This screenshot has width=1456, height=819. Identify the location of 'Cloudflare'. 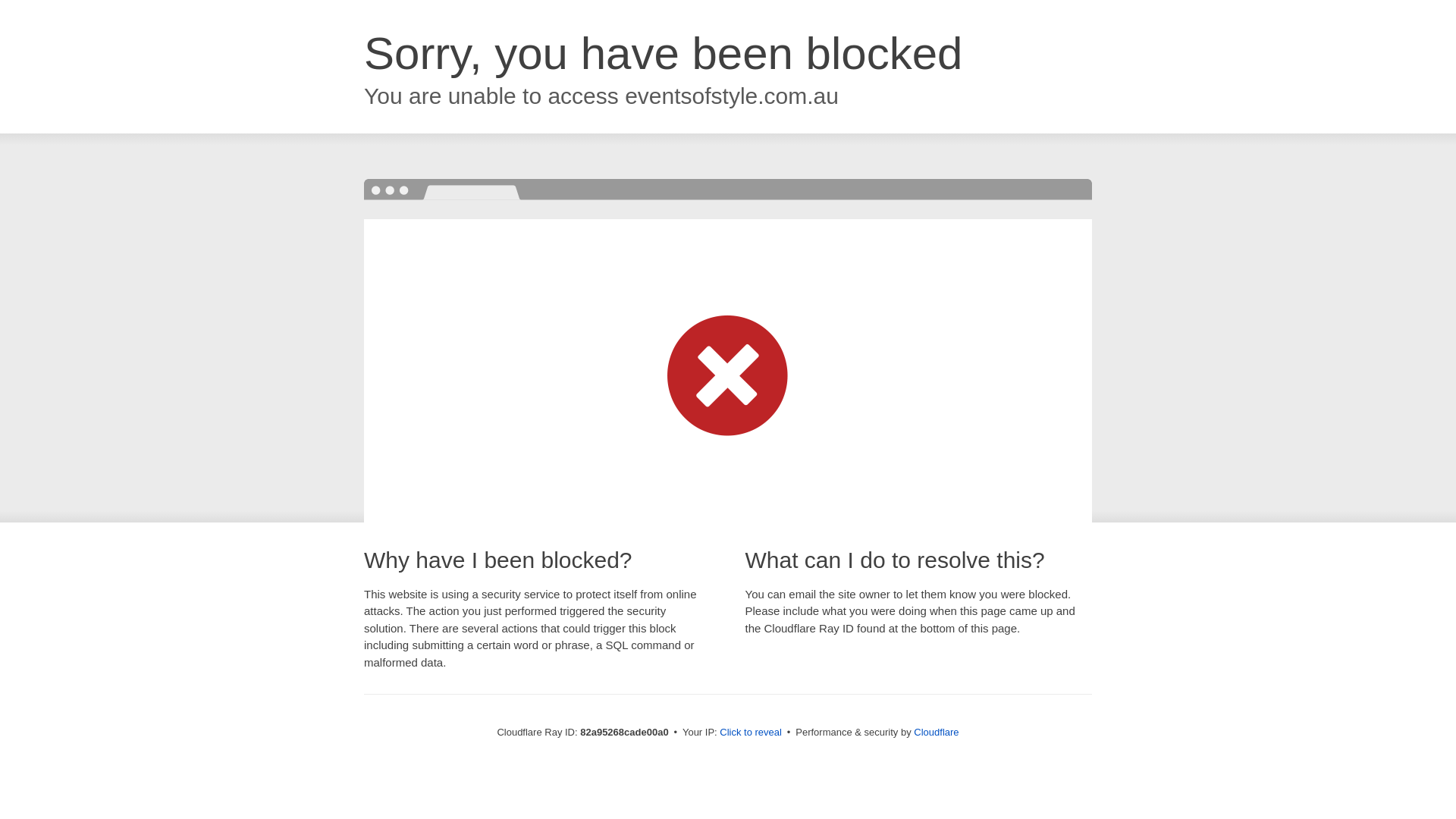
(935, 731).